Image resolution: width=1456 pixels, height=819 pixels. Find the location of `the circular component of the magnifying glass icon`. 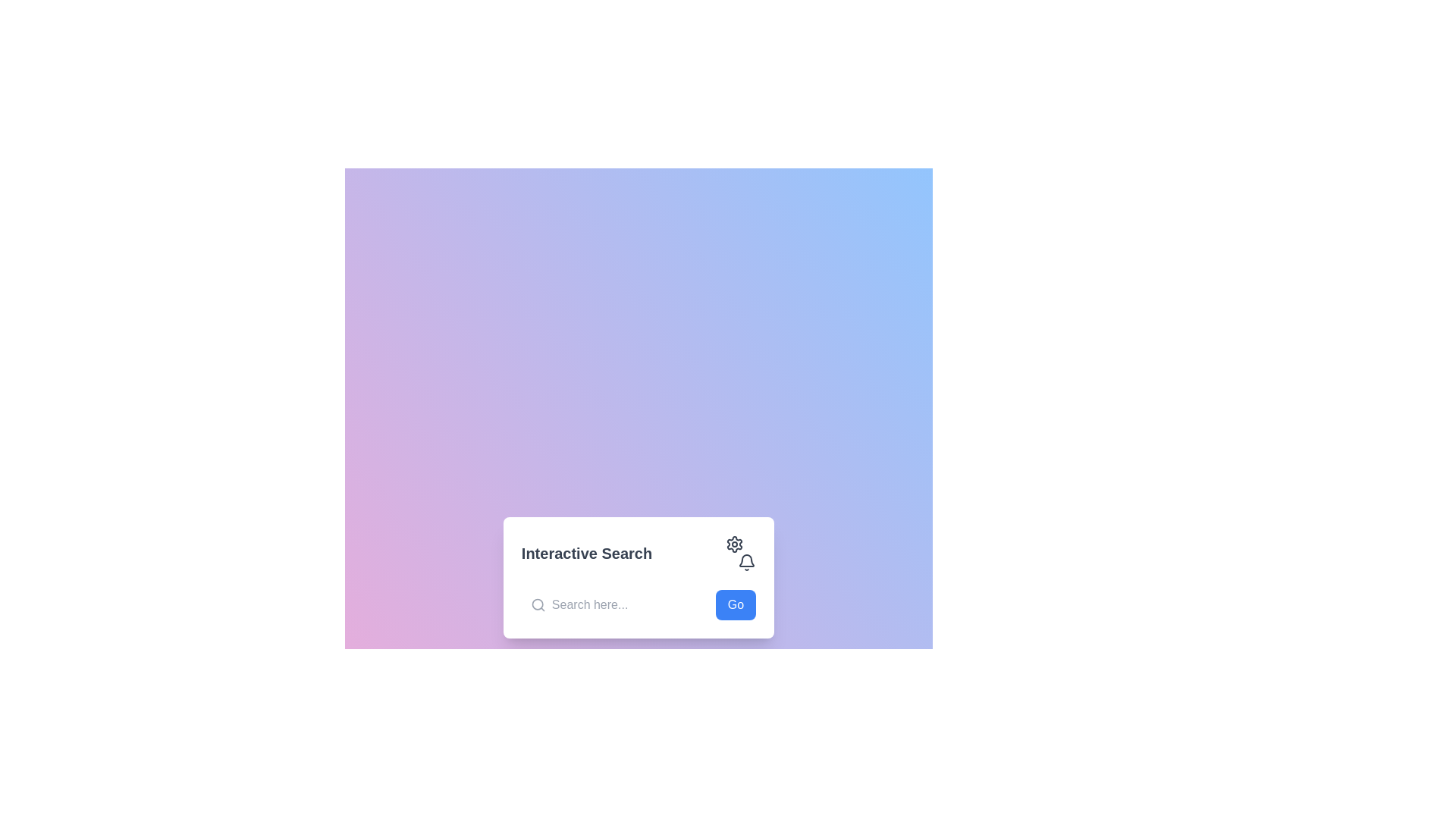

the circular component of the magnifying glass icon is located at coordinates (538, 604).